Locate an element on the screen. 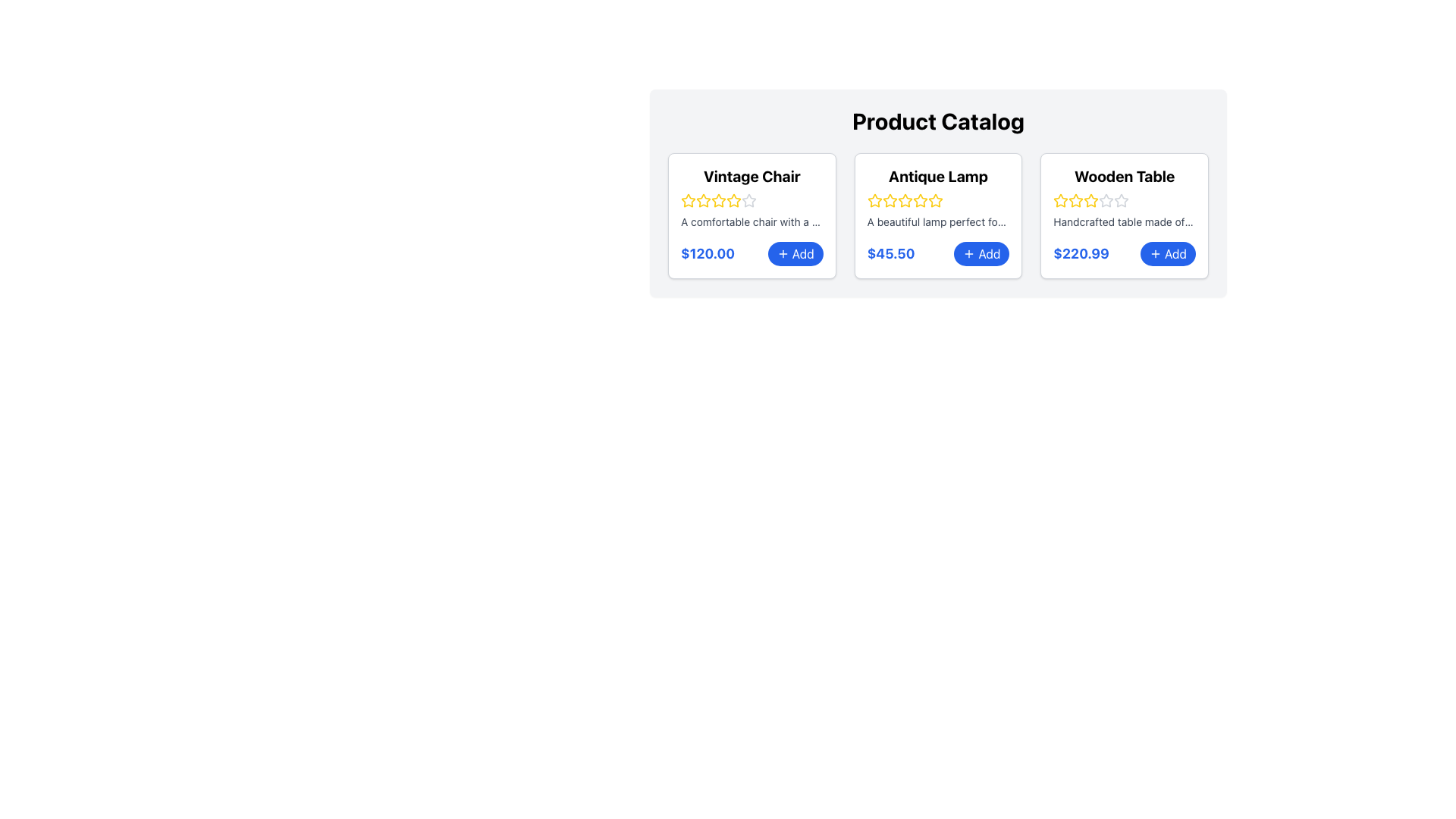  the second filled star icon representing the rating for the Wooden Table in the Product Catalog section is located at coordinates (1075, 200).